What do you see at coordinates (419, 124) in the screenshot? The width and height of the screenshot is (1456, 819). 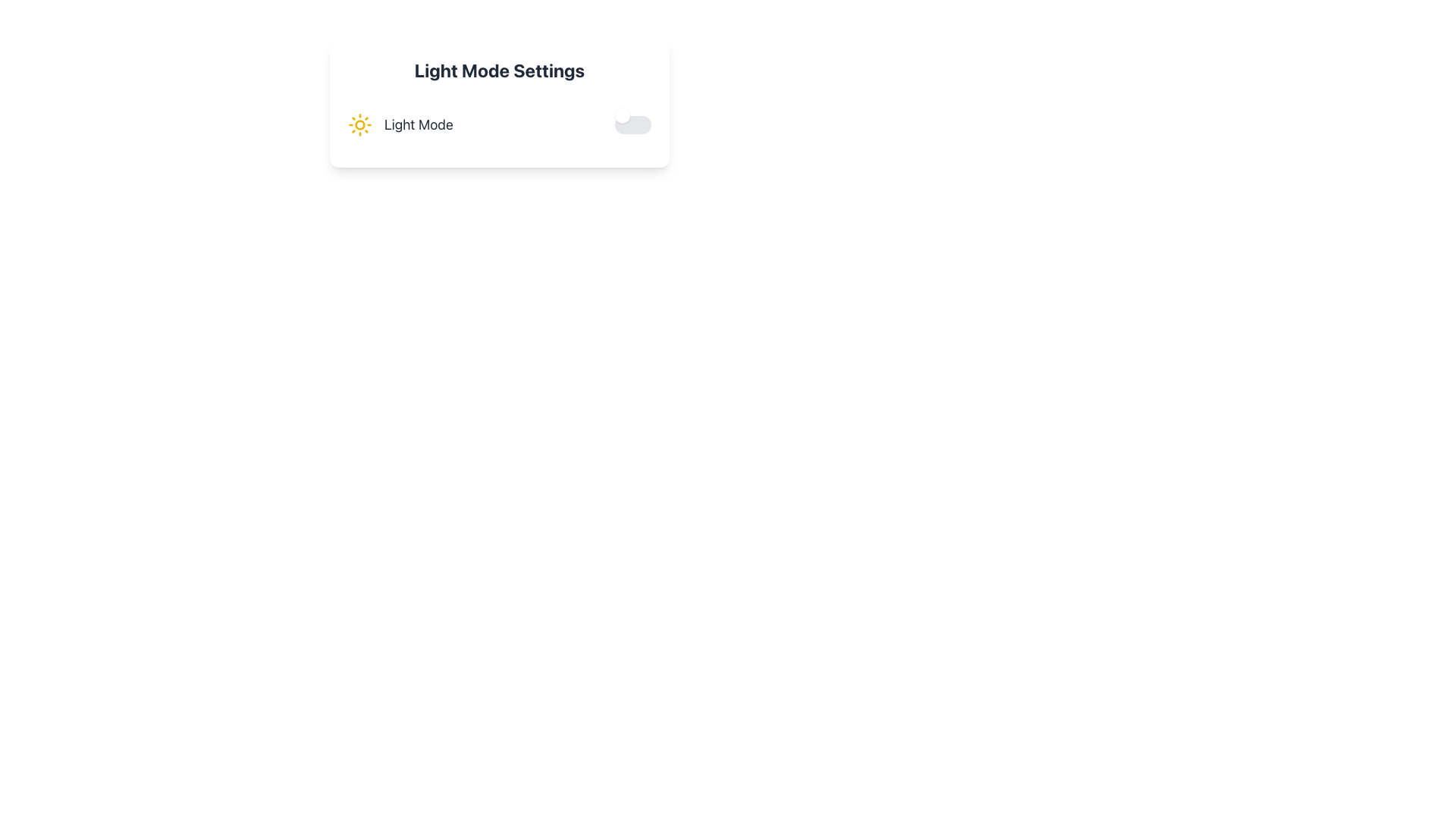 I see `the 'Light Mode' text label, which is located to the right of the sun-like icon in a horizontal layout` at bounding box center [419, 124].